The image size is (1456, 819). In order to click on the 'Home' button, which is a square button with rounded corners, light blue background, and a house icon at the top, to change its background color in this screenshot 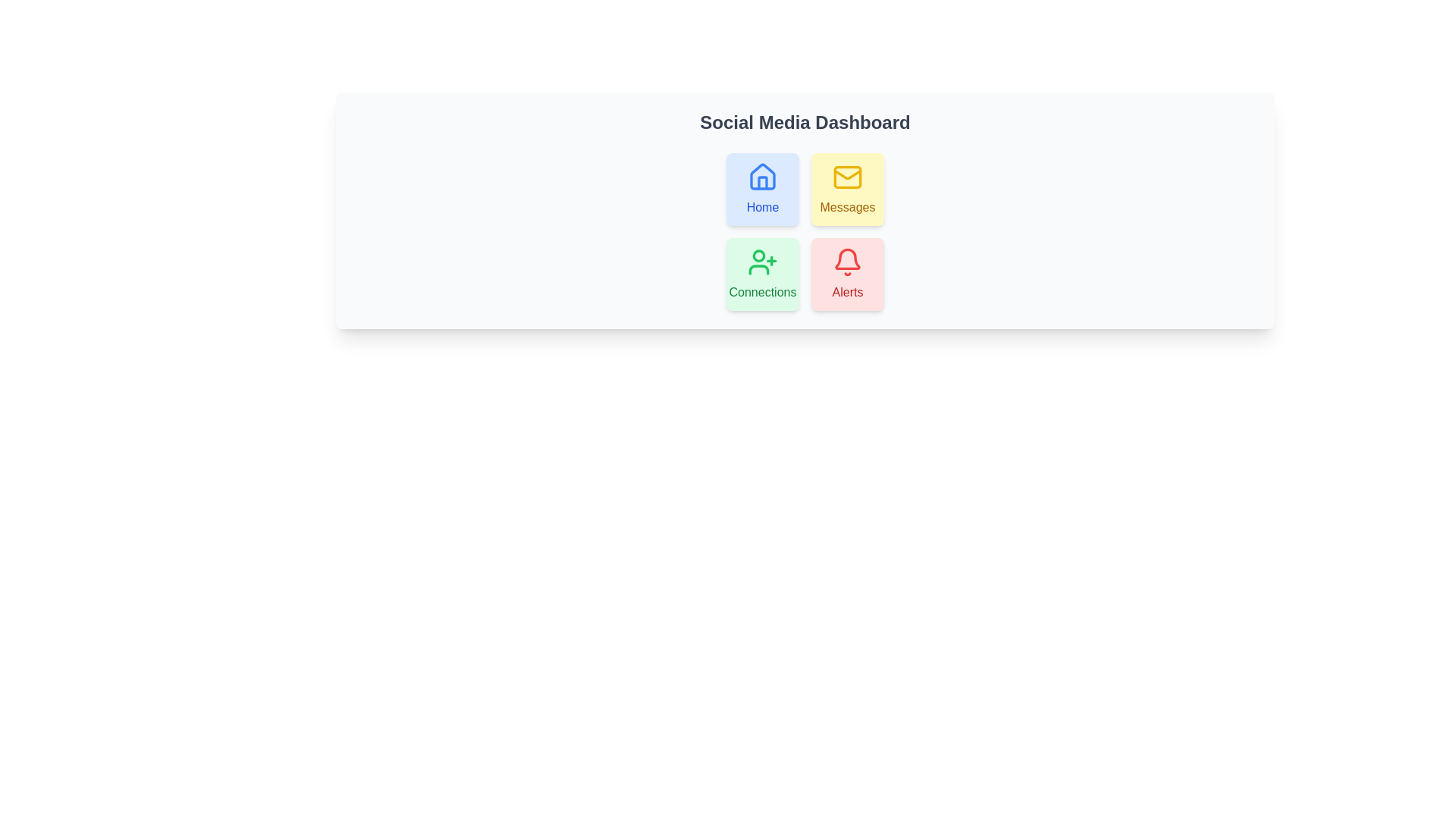, I will do `click(763, 189)`.